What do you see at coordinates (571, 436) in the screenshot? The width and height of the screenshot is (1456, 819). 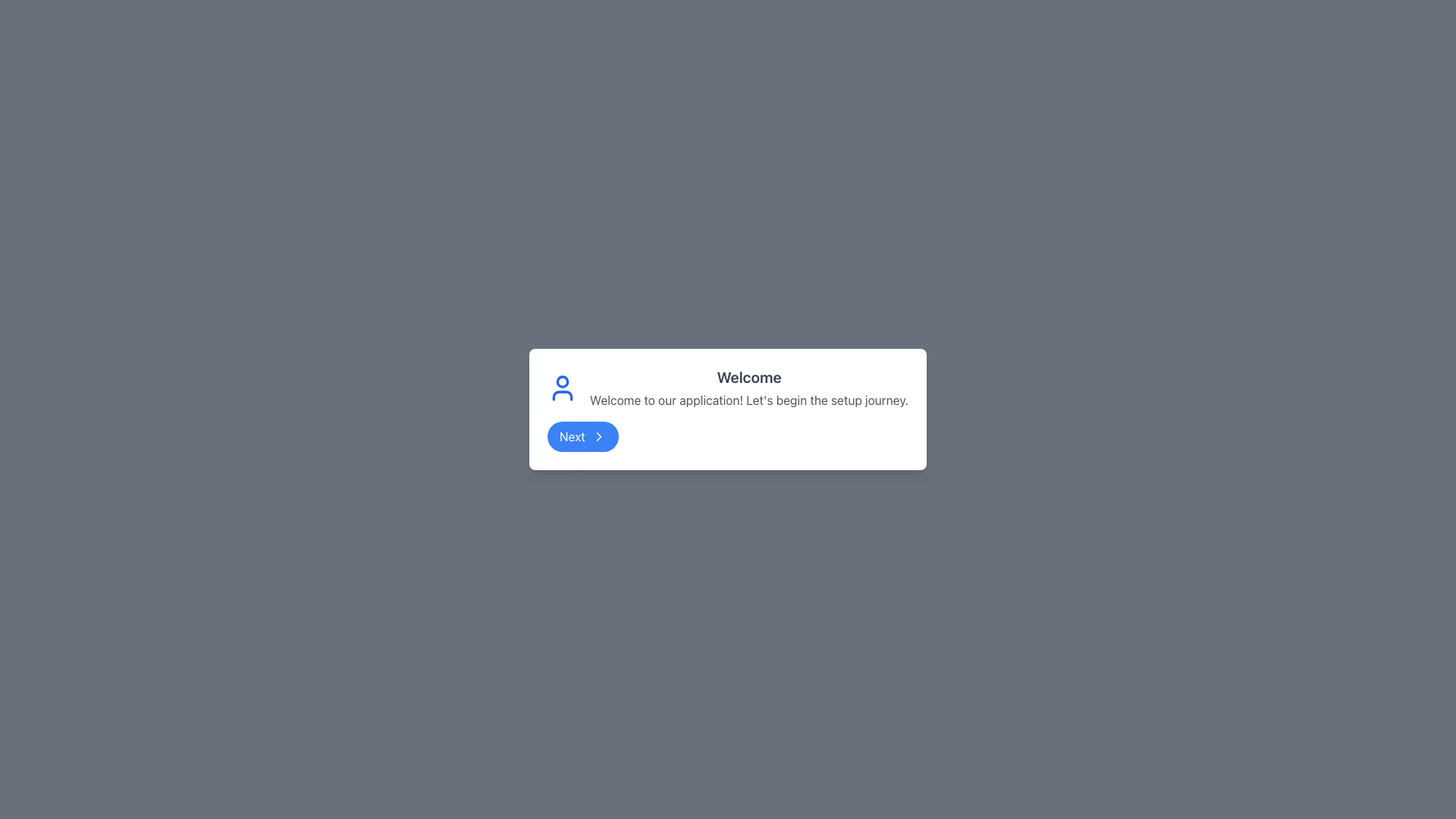 I see `the 'Next' text label element, which is displayed in white font against a blue circular background, positioned inside a rounded blue button` at bounding box center [571, 436].